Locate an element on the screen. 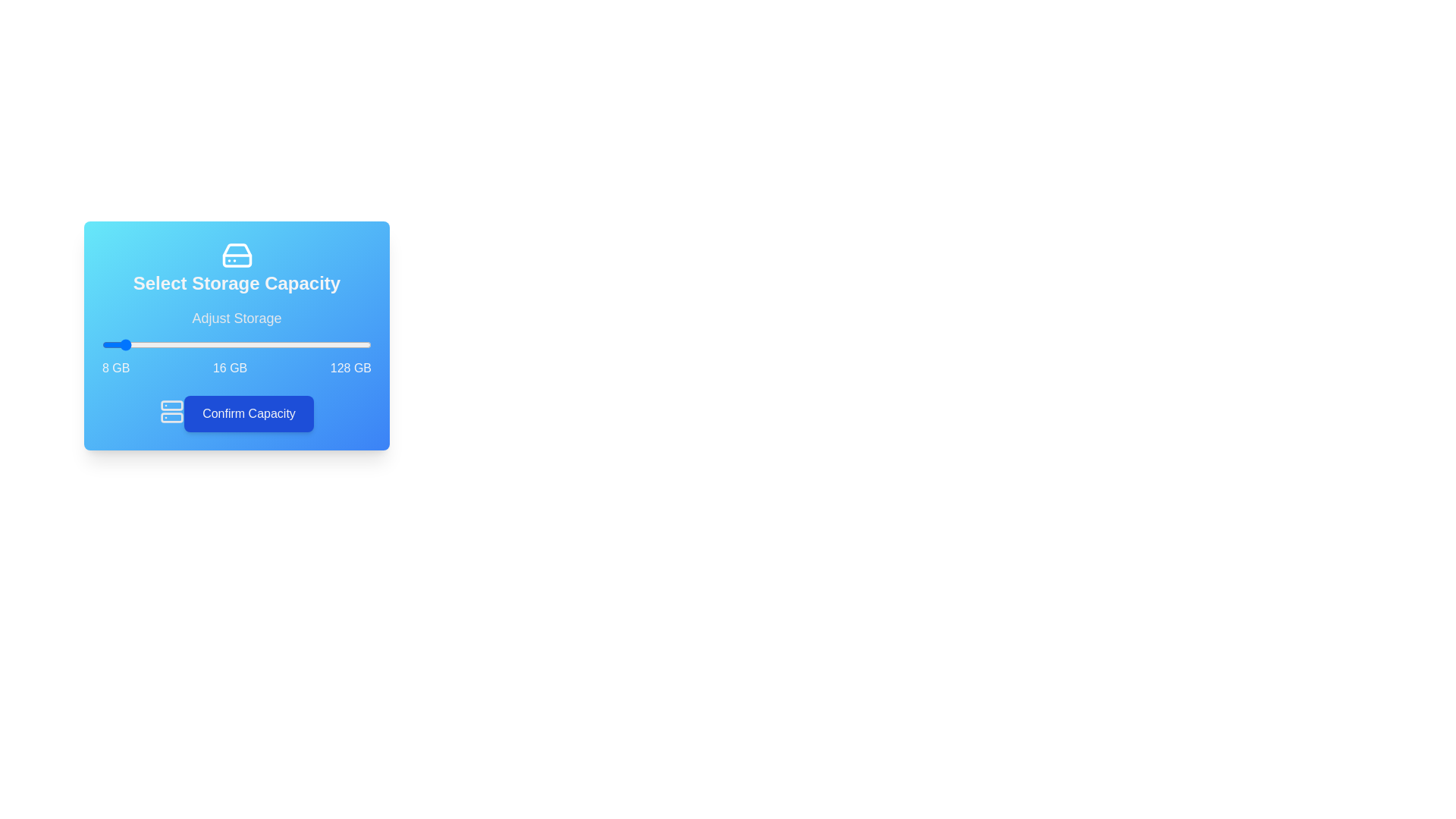 The image size is (1456, 819). the storage slider to set the capacity to 103 GB is located at coordinates (315, 345).